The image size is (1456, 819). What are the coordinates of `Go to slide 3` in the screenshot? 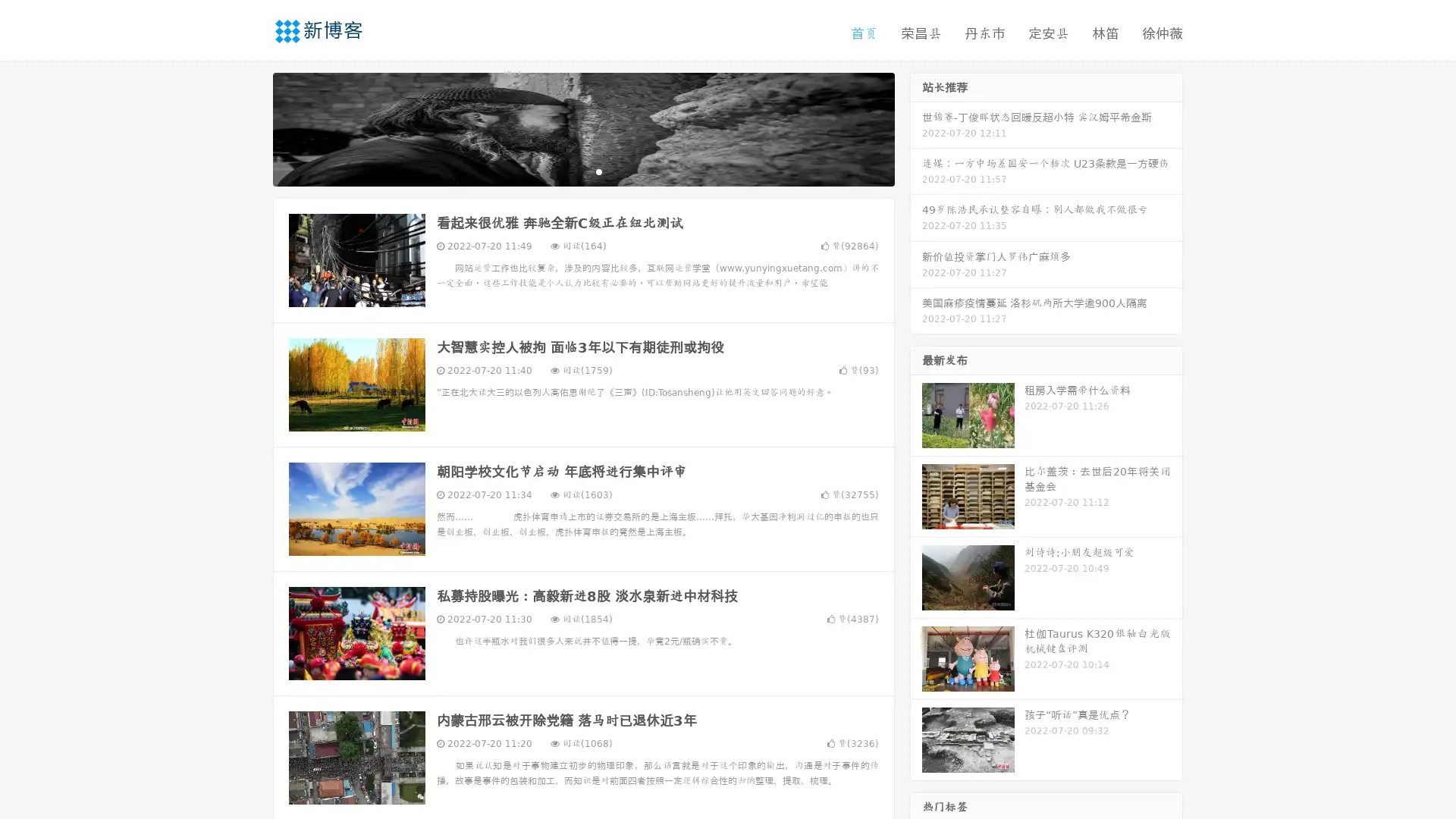 It's located at (598, 171).